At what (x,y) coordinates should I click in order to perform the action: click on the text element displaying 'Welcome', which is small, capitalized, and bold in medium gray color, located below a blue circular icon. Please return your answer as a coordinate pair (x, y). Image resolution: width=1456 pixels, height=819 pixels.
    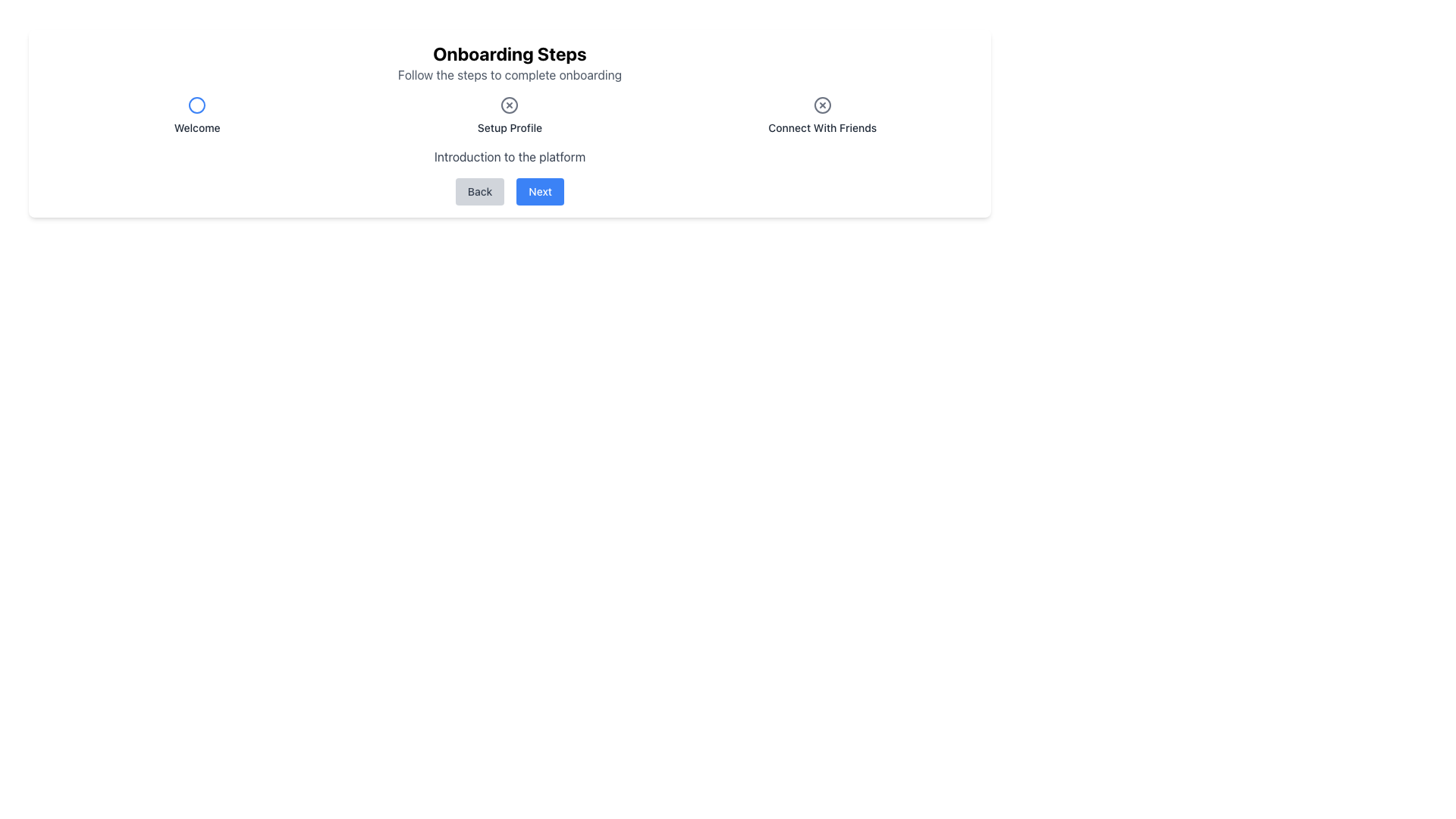
    Looking at the image, I should click on (196, 127).